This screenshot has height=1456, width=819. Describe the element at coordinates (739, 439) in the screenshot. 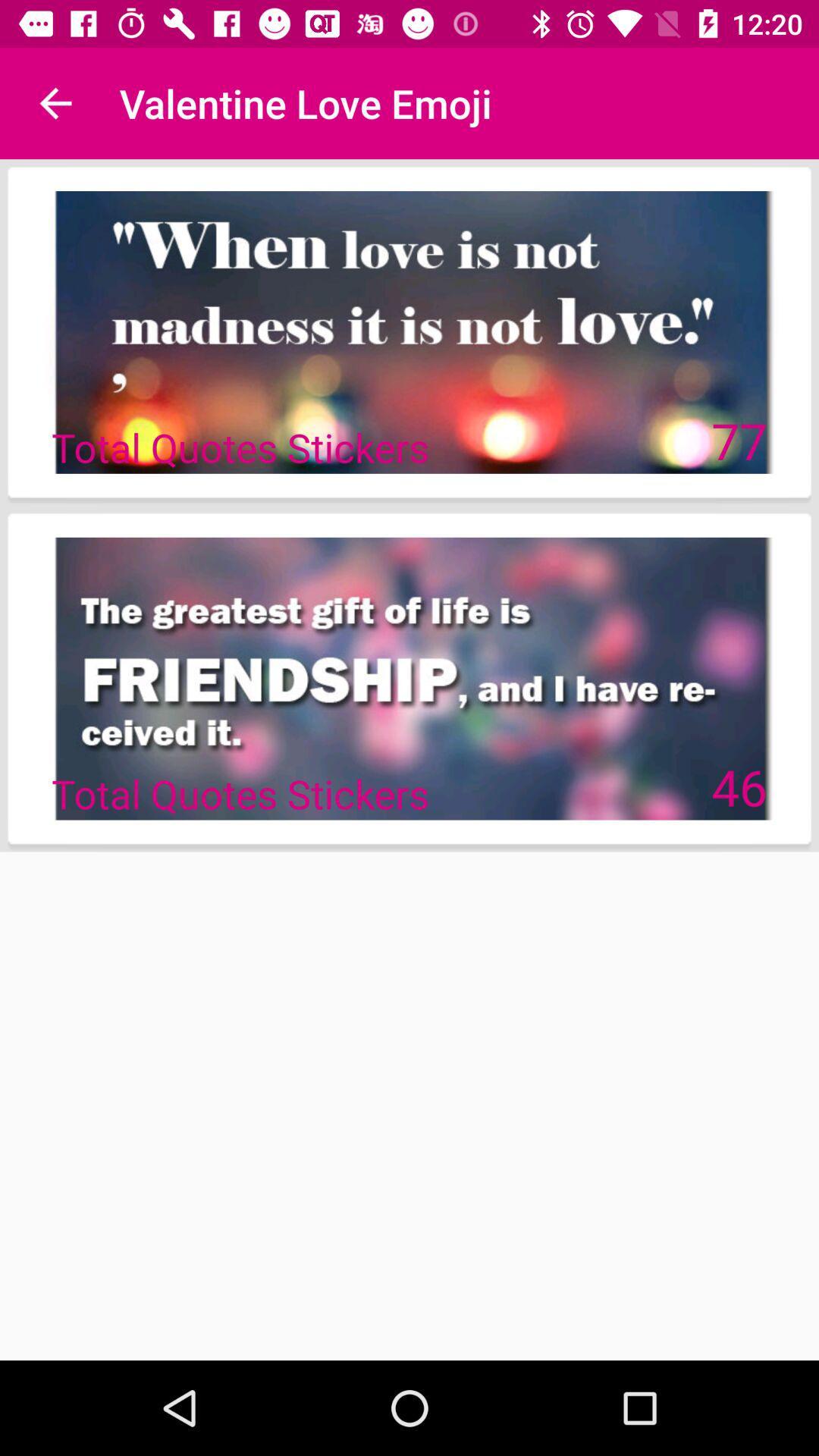

I see `the 77 icon` at that location.